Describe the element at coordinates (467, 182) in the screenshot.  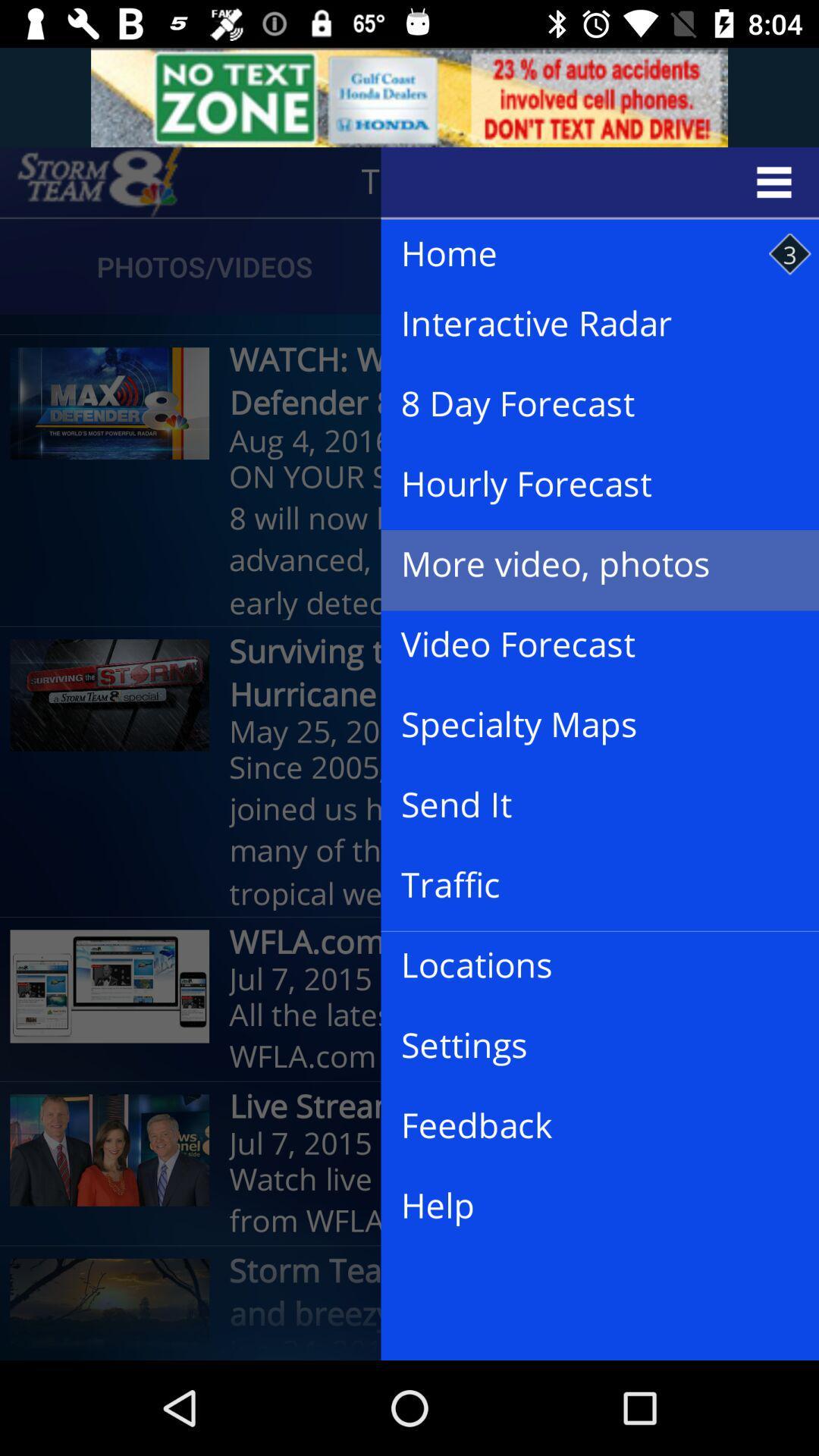
I see `tampa, fl icon` at that location.